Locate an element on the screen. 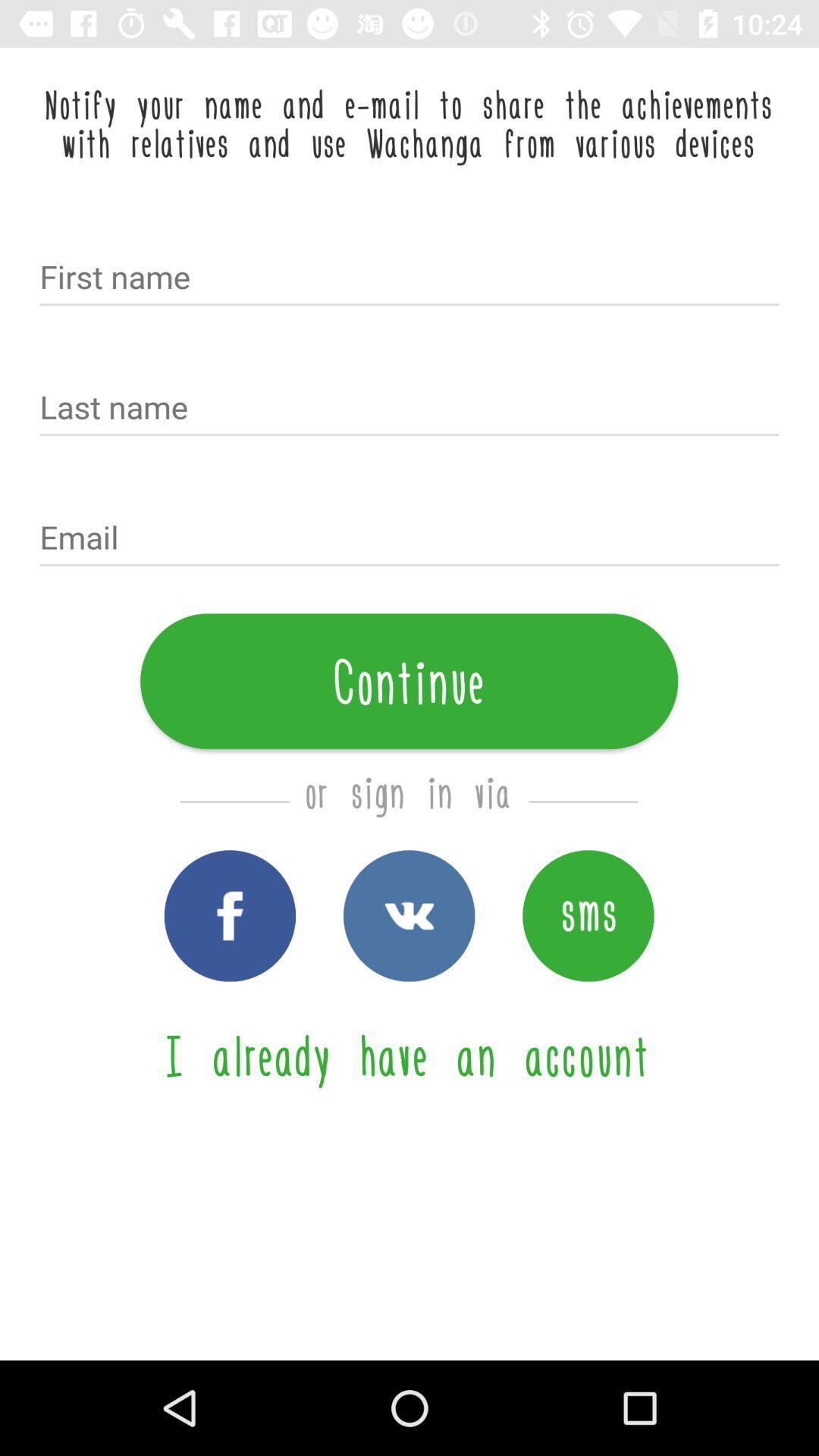 This screenshot has width=819, height=1456. last name textbox is located at coordinates (409, 409).